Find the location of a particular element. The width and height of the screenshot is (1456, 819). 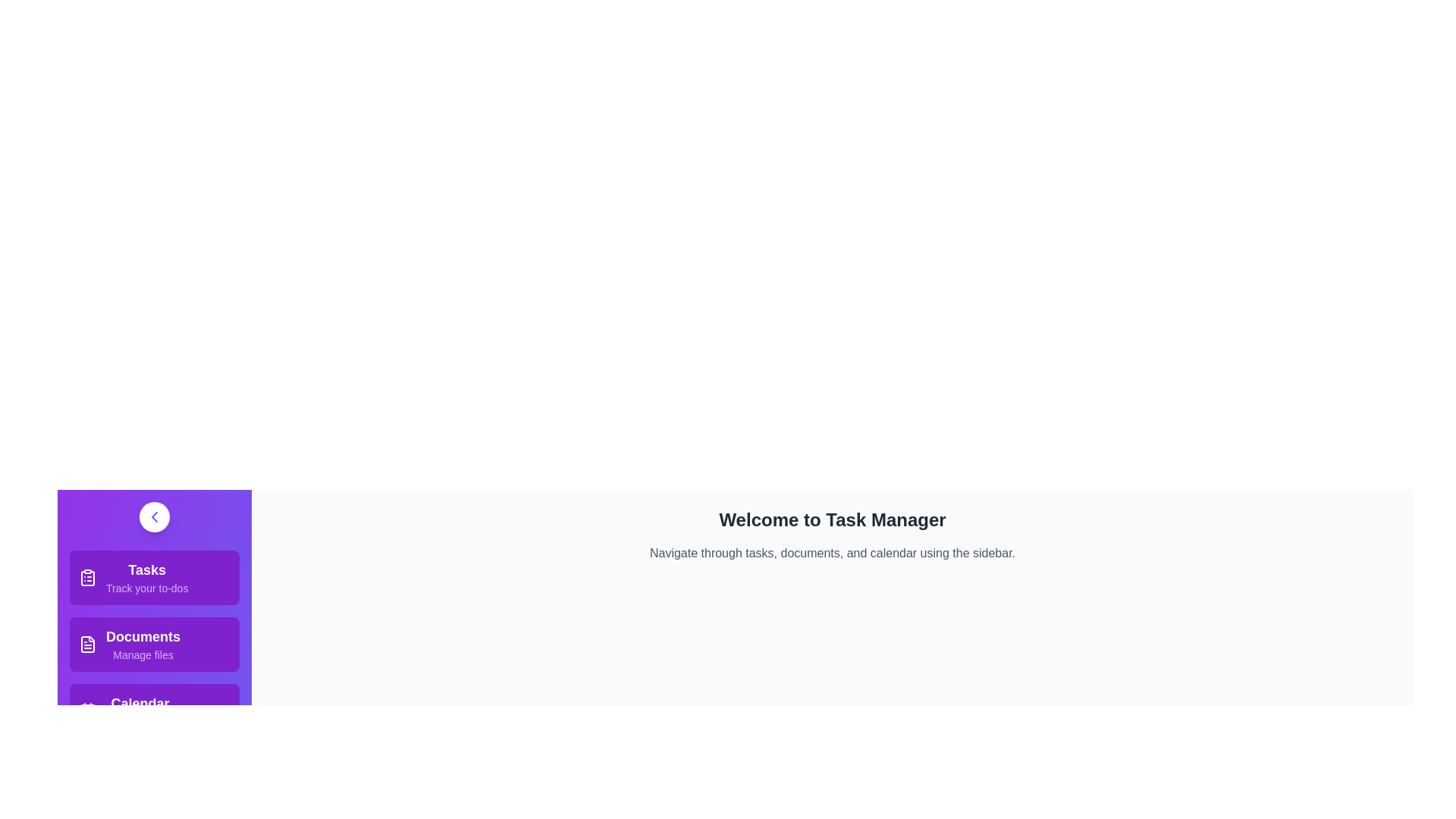

the menu item Tasks to observe the hover effect is located at coordinates (154, 578).